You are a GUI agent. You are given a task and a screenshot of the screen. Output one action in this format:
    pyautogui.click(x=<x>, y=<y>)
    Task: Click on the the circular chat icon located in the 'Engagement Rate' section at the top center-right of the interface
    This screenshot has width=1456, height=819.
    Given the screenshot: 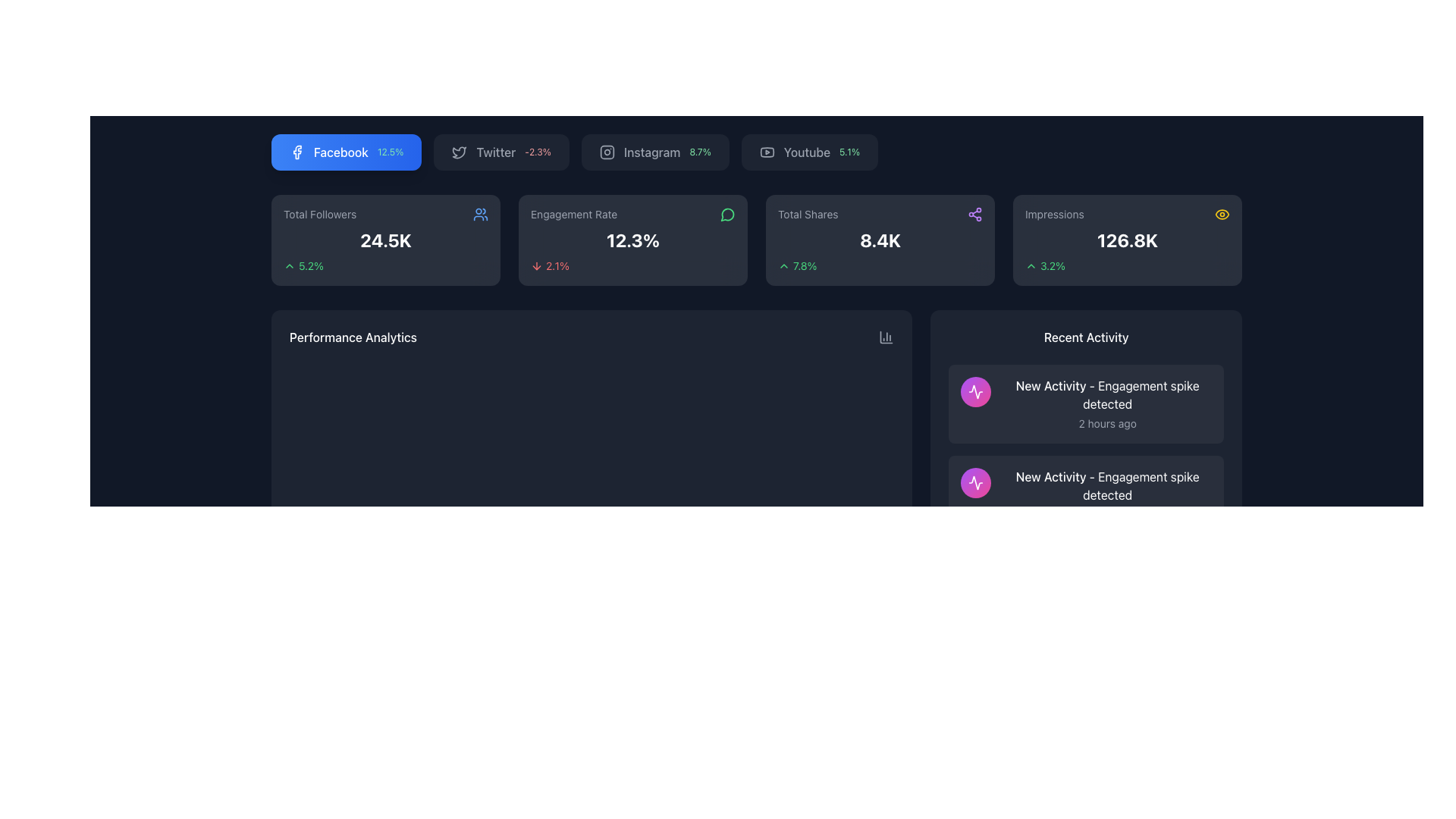 What is the action you would take?
    pyautogui.click(x=726, y=215)
    